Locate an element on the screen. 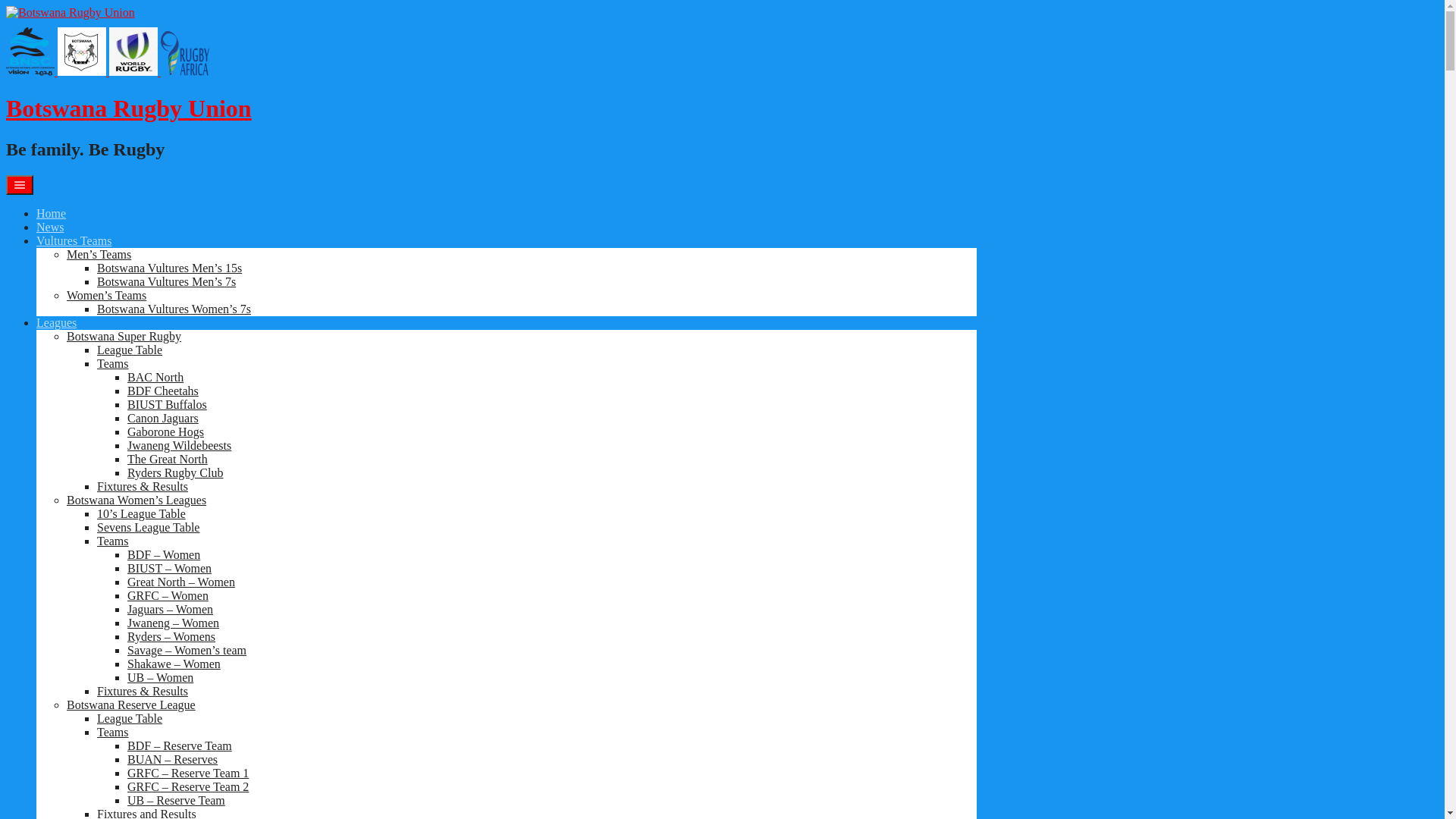 This screenshot has height=819, width=1456. 'Home' is located at coordinates (51, 213).